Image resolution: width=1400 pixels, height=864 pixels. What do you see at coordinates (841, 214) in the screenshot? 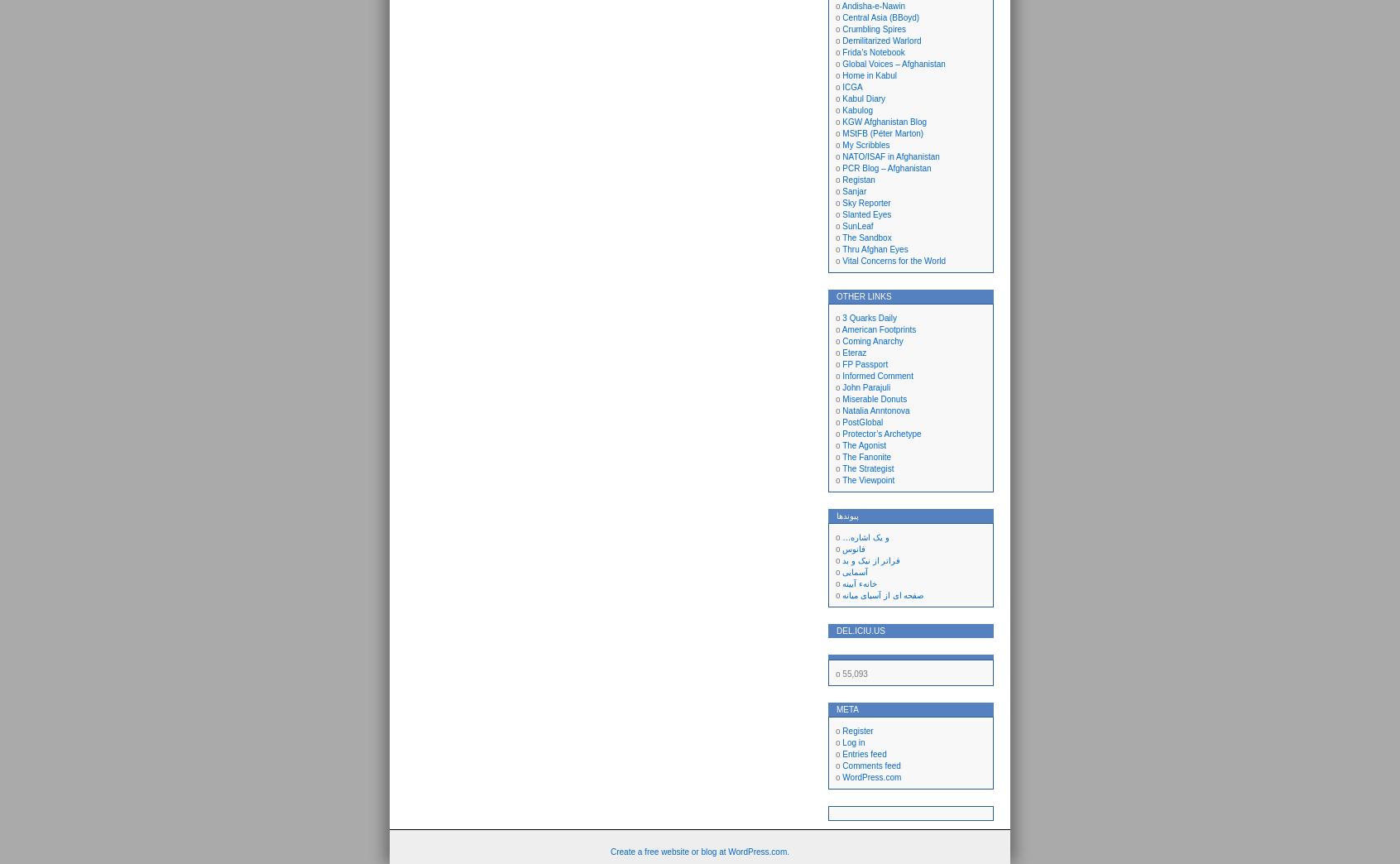
I see `'Slanted Eyes'` at bounding box center [841, 214].